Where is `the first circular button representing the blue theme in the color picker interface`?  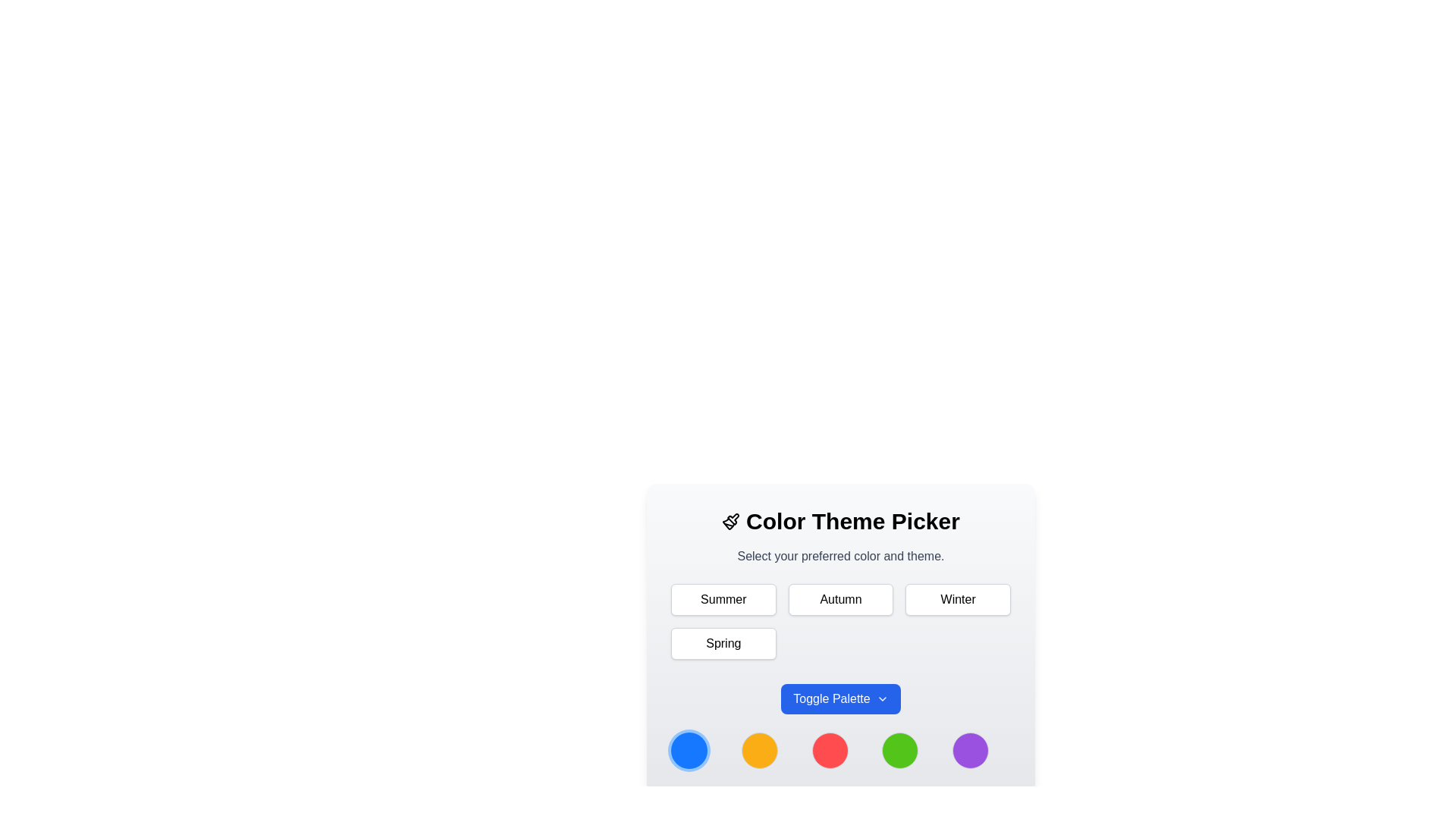 the first circular button representing the blue theme in the color picker interface is located at coordinates (688, 751).